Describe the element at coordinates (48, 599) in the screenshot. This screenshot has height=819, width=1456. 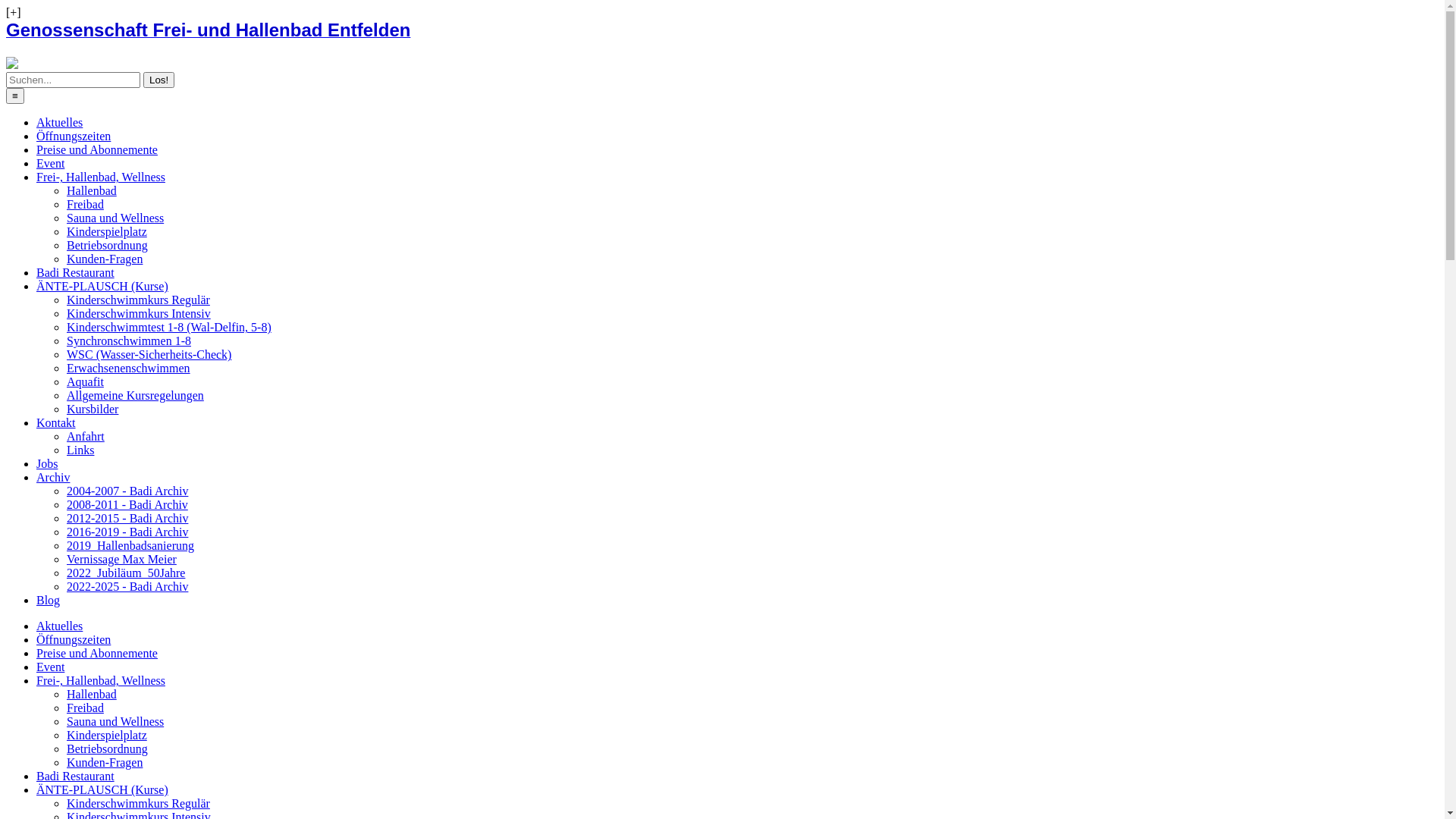
I see `'Blog'` at that location.